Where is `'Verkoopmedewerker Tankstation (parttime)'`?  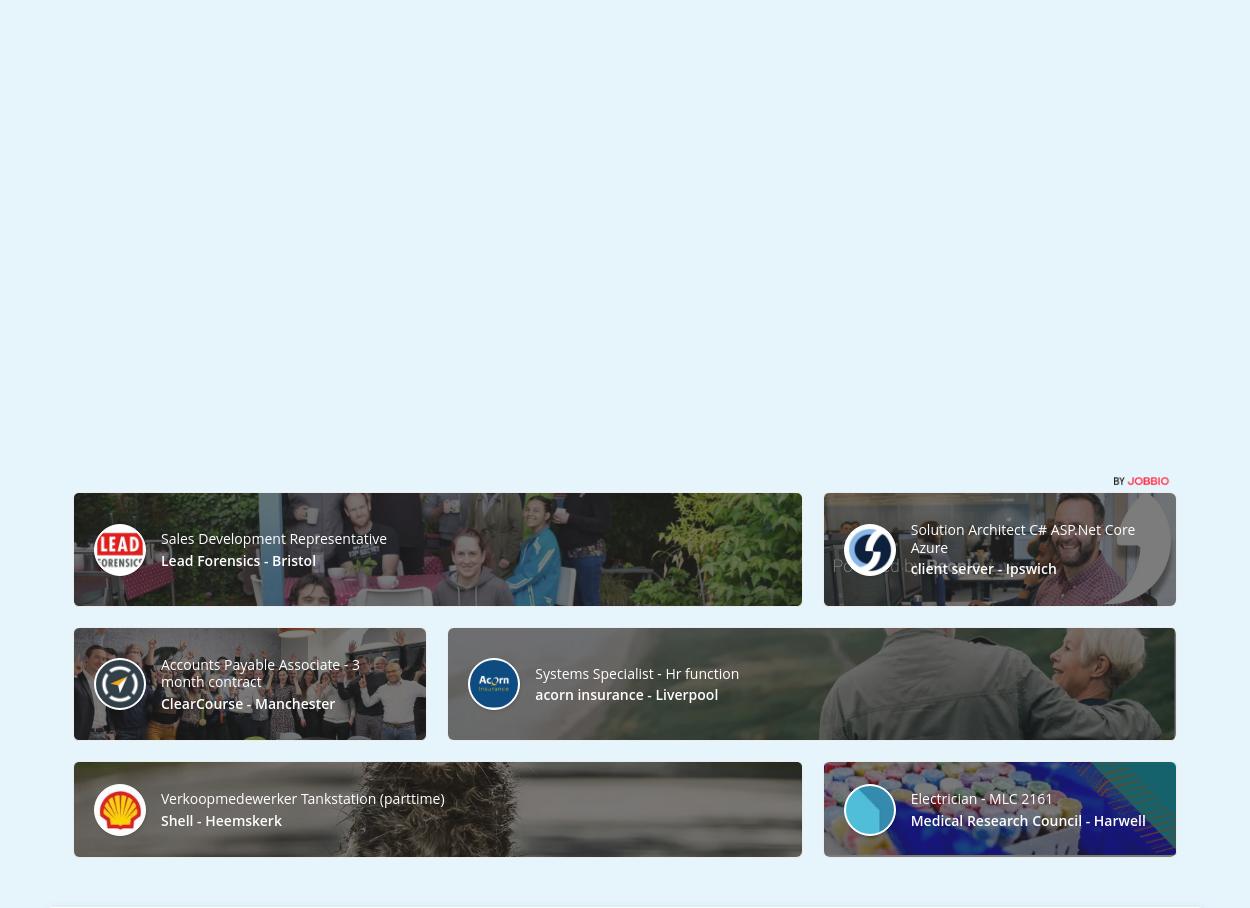
'Verkoopmedewerker Tankstation (parttime)' is located at coordinates (302, 798).